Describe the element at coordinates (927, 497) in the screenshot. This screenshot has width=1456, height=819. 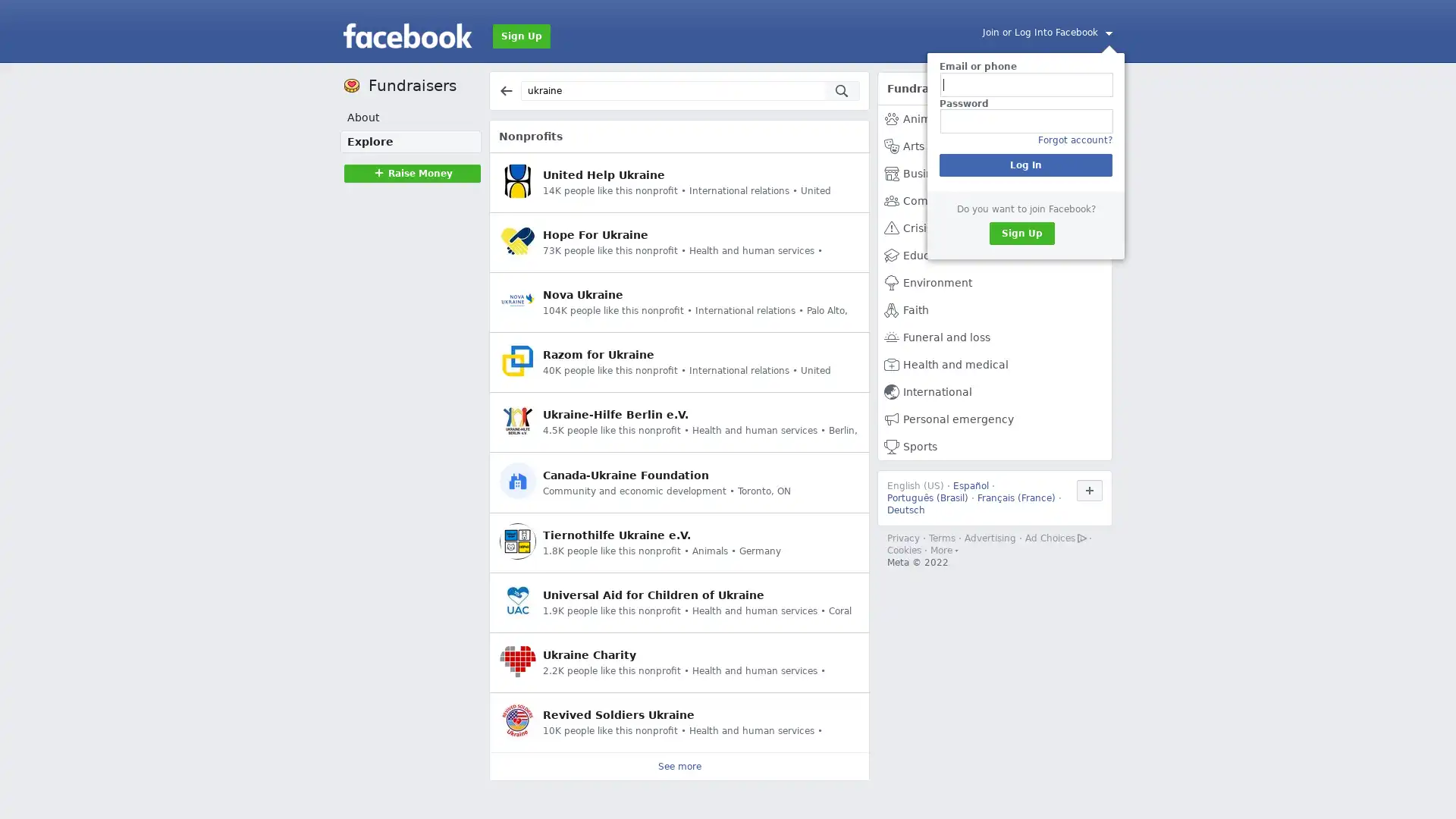
I see `Portugues (Brasil)` at that location.